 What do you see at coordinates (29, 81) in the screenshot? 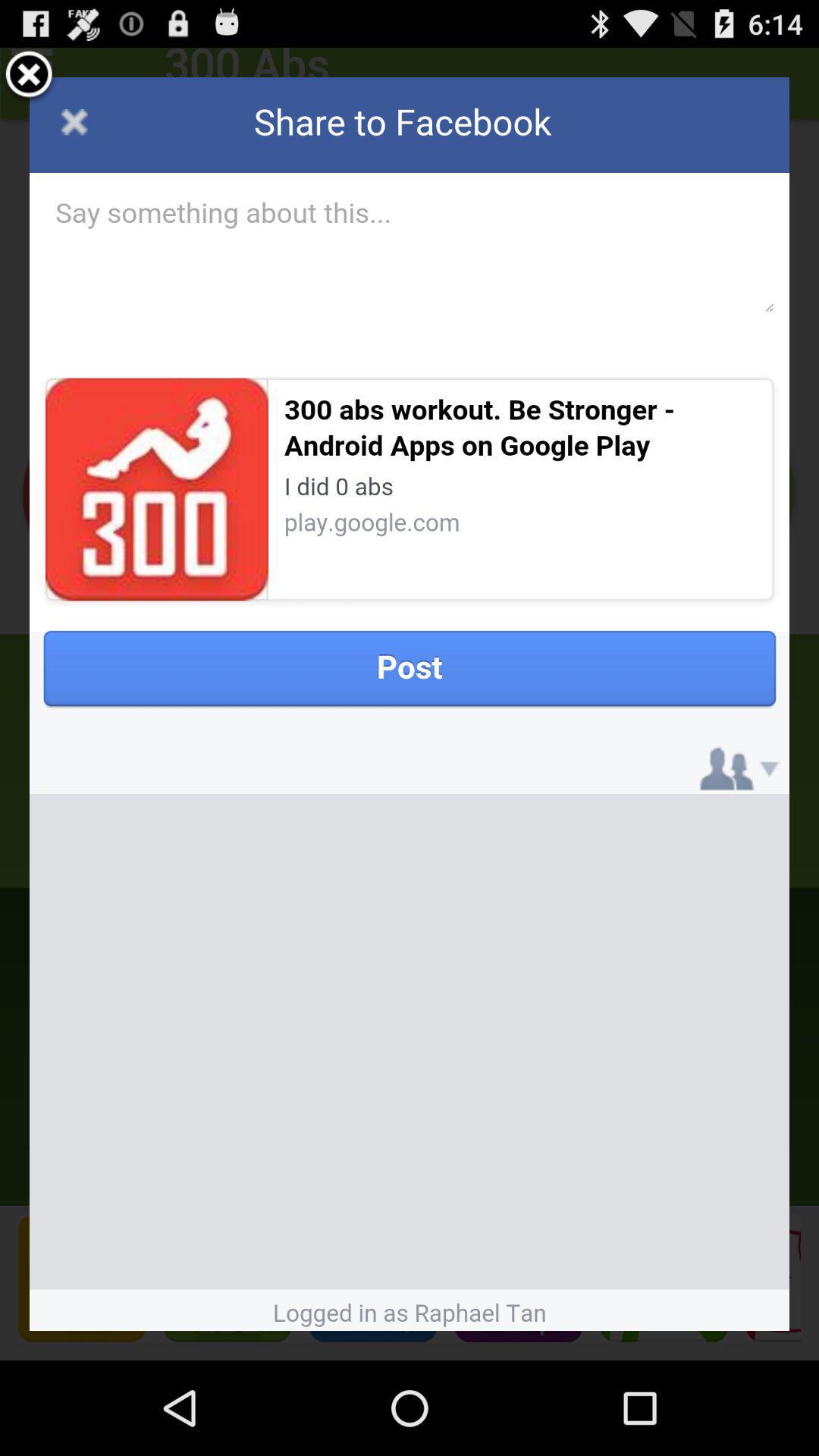
I see `the close icon` at bounding box center [29, 81].